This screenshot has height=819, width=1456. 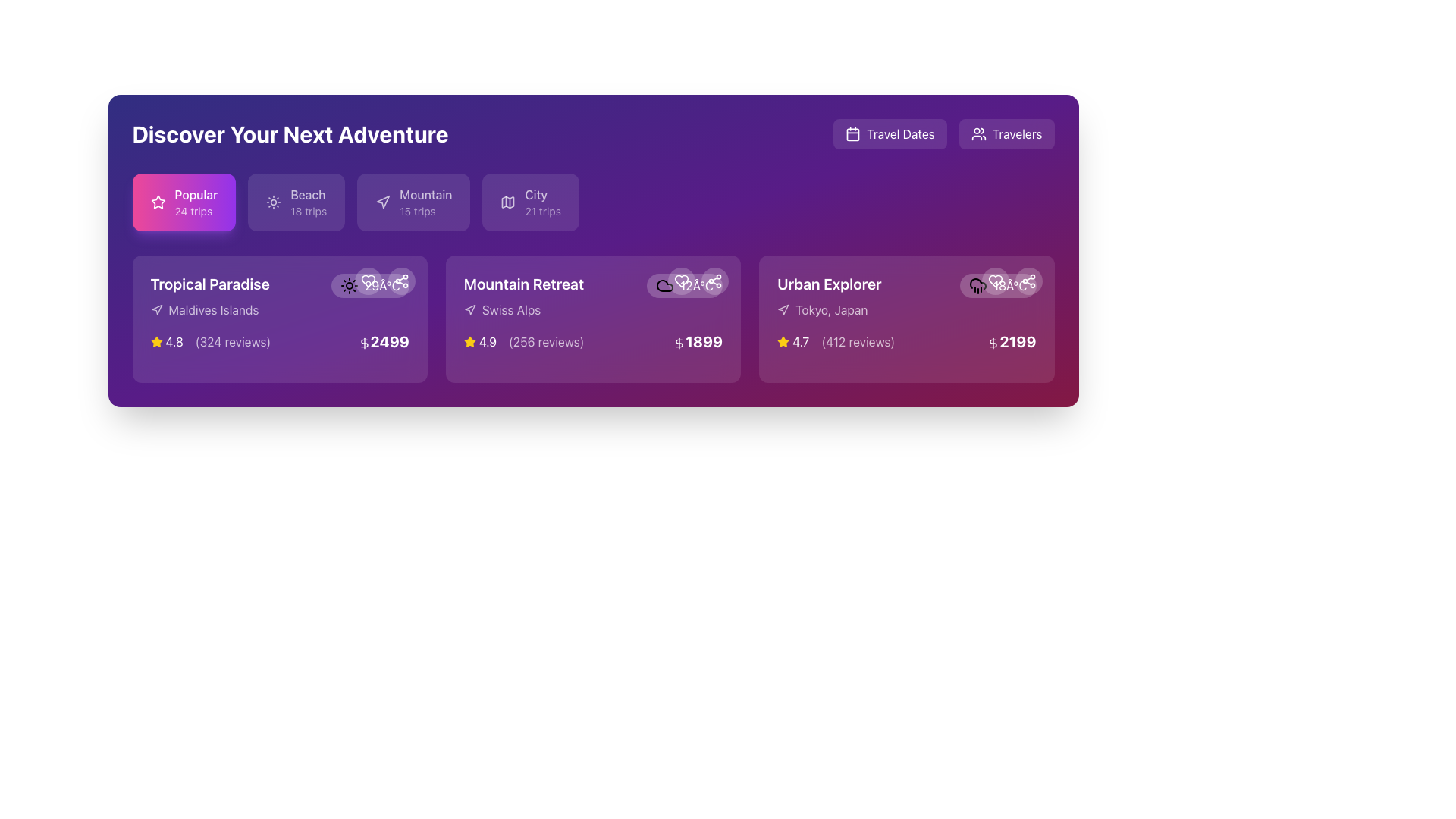 What do you see at coordinates (697, 342) in the screenshot?
I see `the price text label for the 'Mountain Retreat' offering, located at the bottom of its section within the travel options list` at bounding box center [697, 342].